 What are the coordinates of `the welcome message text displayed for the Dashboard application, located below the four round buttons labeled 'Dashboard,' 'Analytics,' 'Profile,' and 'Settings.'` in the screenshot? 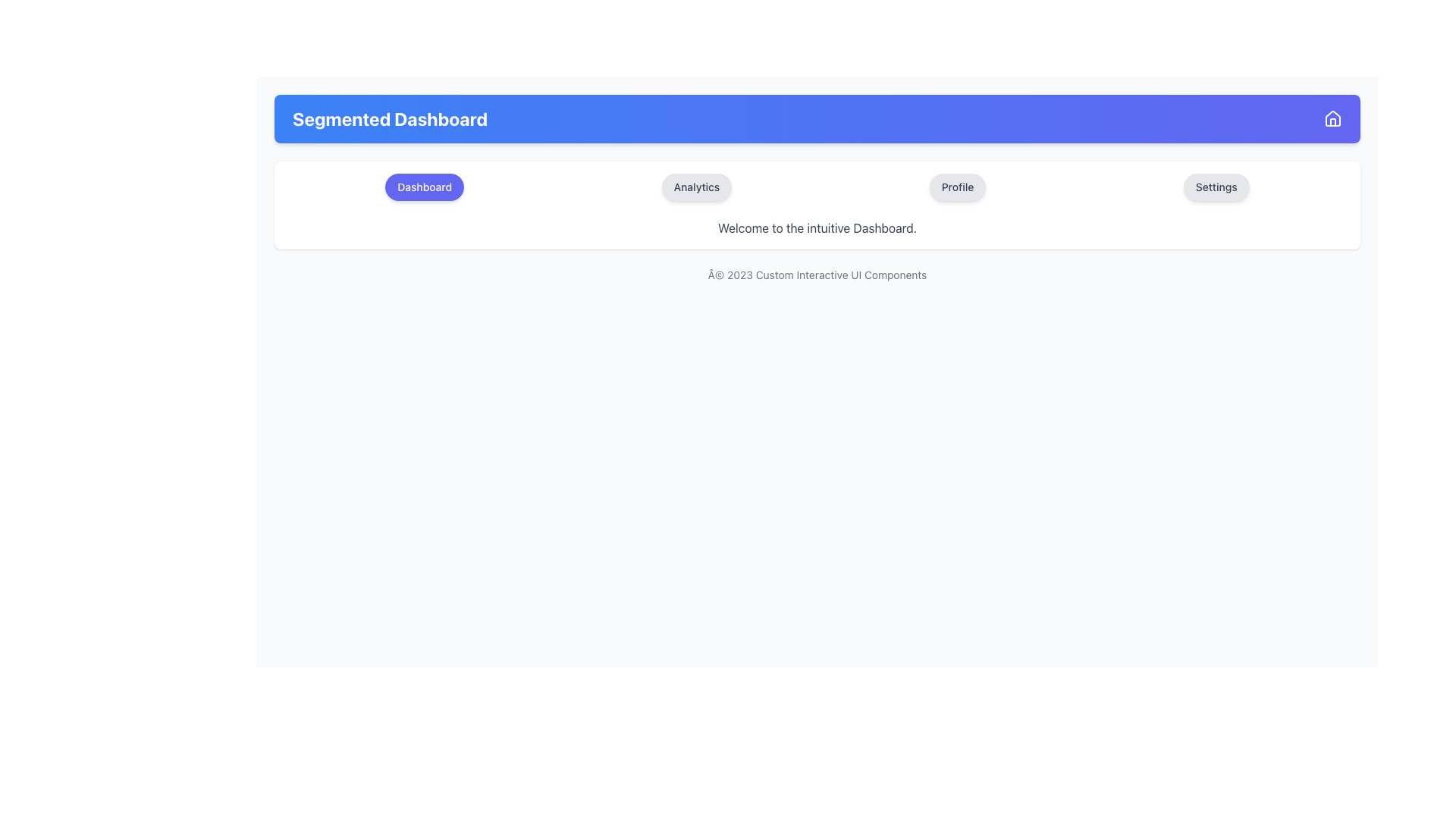 It's located at (817, 227).